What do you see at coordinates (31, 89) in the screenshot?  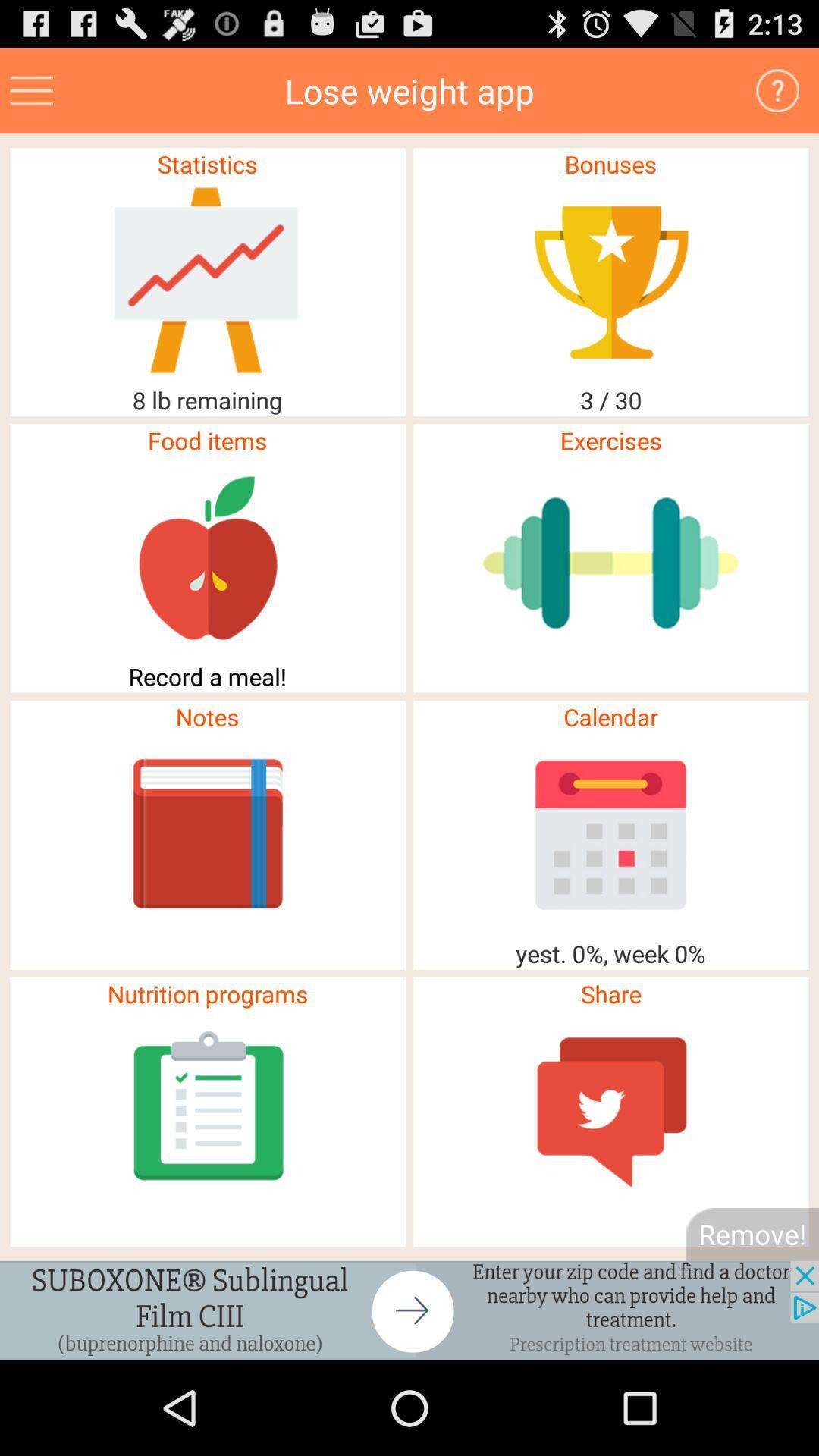 I see `advertisement link` at bounding box center [31, 89].